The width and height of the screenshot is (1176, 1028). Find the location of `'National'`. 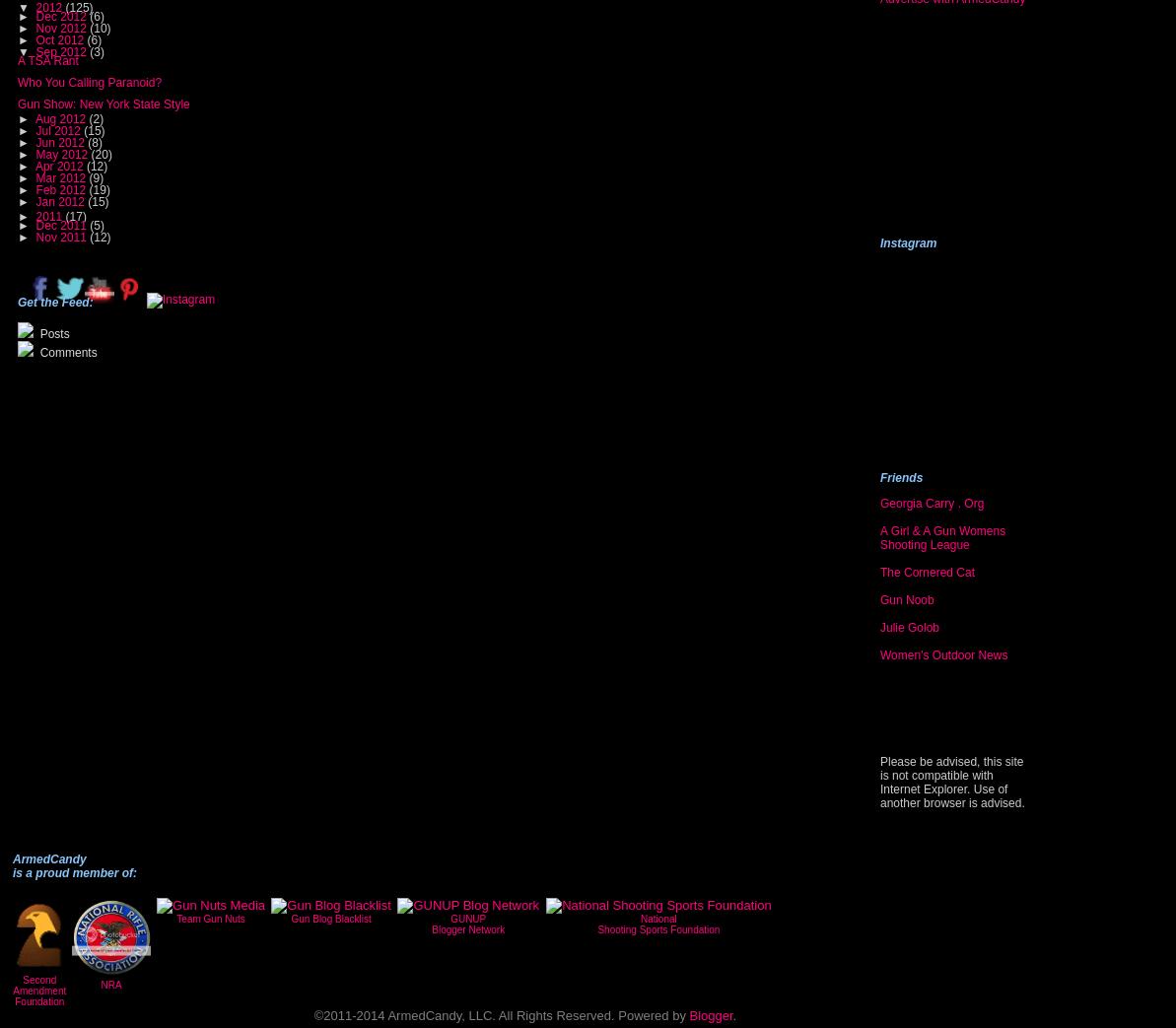

'National' is located at coordinates (639, 918).